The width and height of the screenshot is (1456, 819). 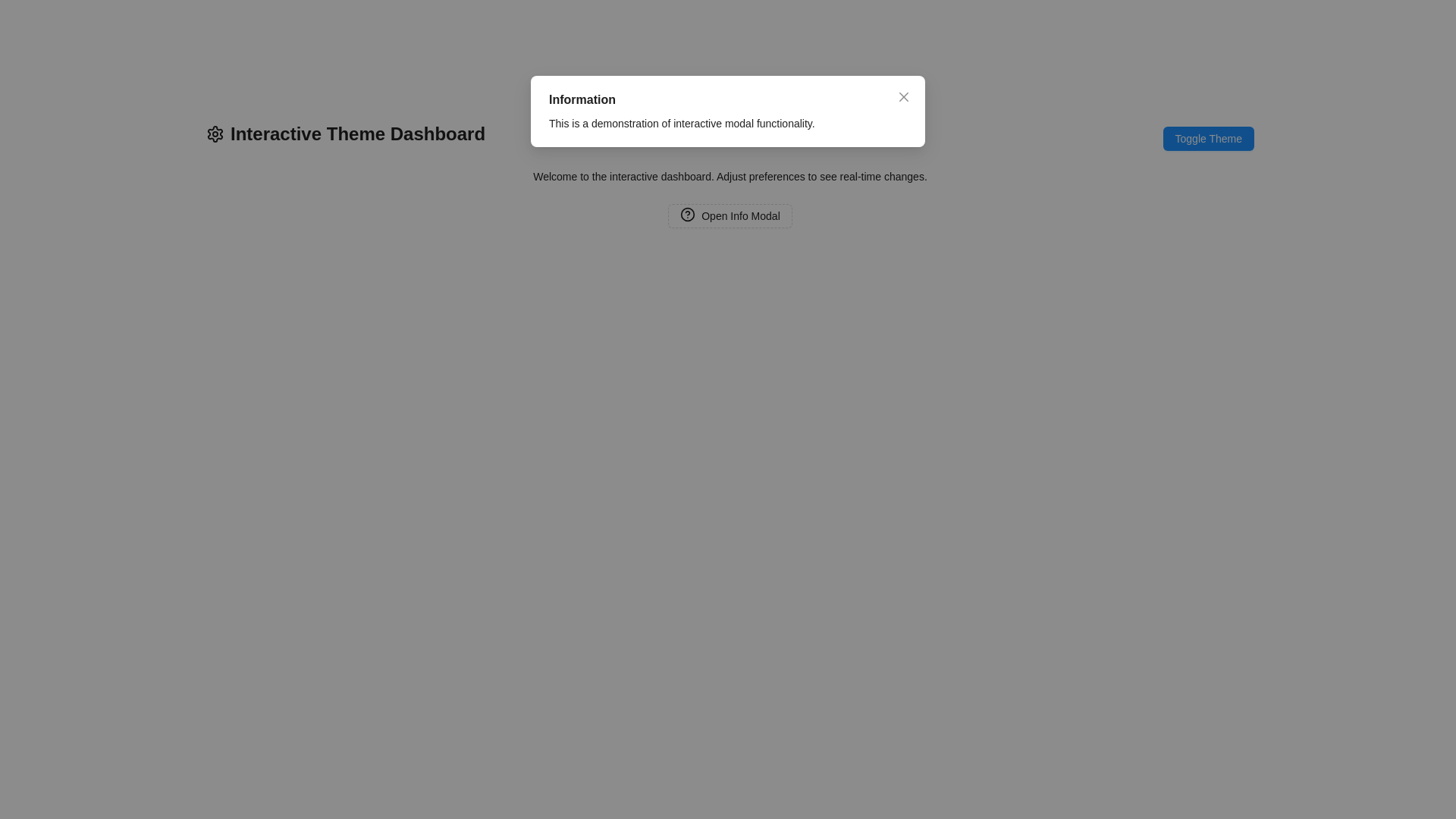 What do you see at coordinates (687, 216) in the screenshot?
I see `the circular icon with a question mark inside it, which is part of the 'Open Info Modal' button, located towards the left side of the button's text` at bounding box center [687, 216].